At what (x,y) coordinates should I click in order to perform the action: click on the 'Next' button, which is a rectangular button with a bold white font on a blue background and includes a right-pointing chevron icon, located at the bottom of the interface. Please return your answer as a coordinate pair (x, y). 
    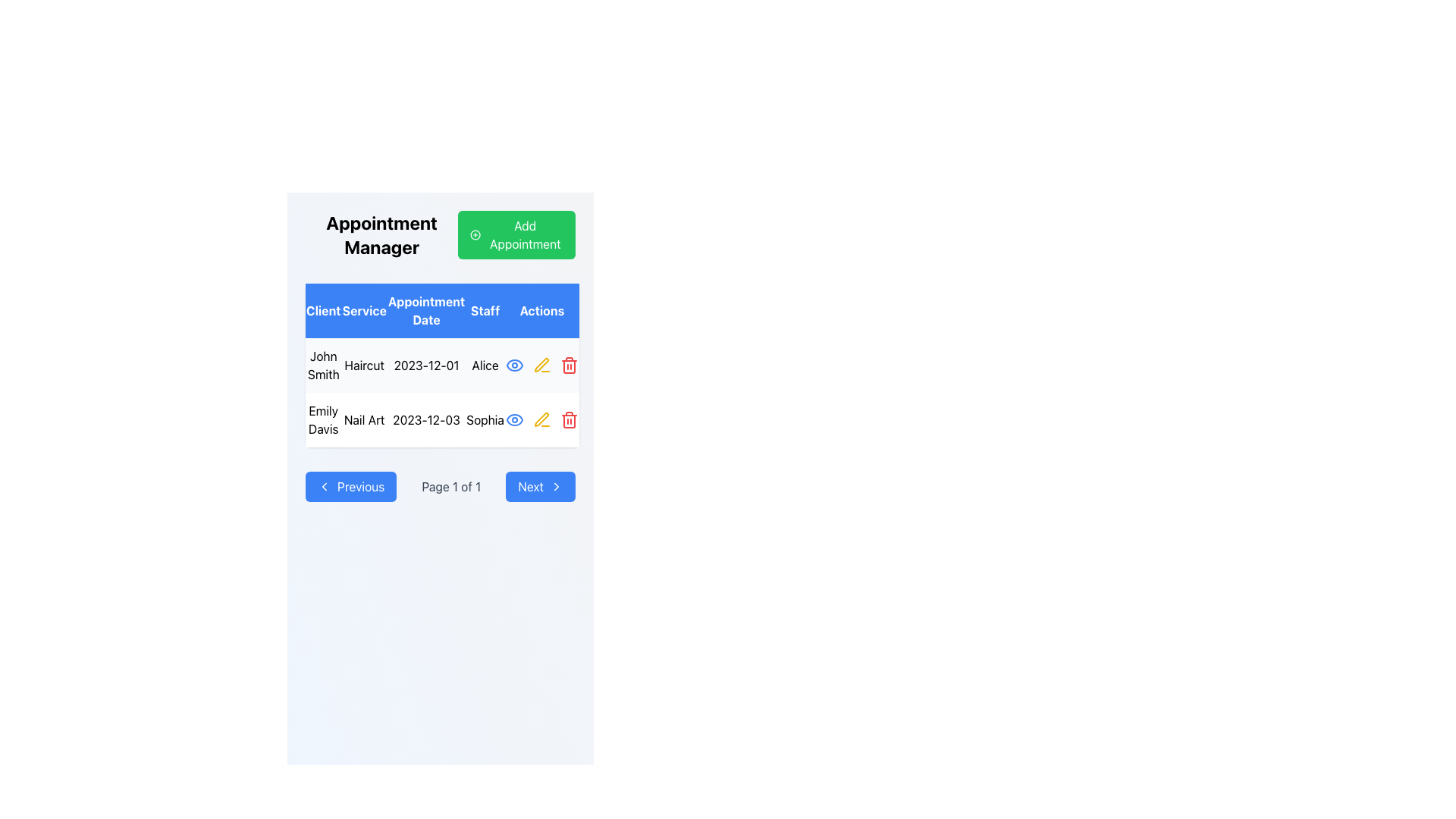
    Looking at the image, I should click on (541, 486).